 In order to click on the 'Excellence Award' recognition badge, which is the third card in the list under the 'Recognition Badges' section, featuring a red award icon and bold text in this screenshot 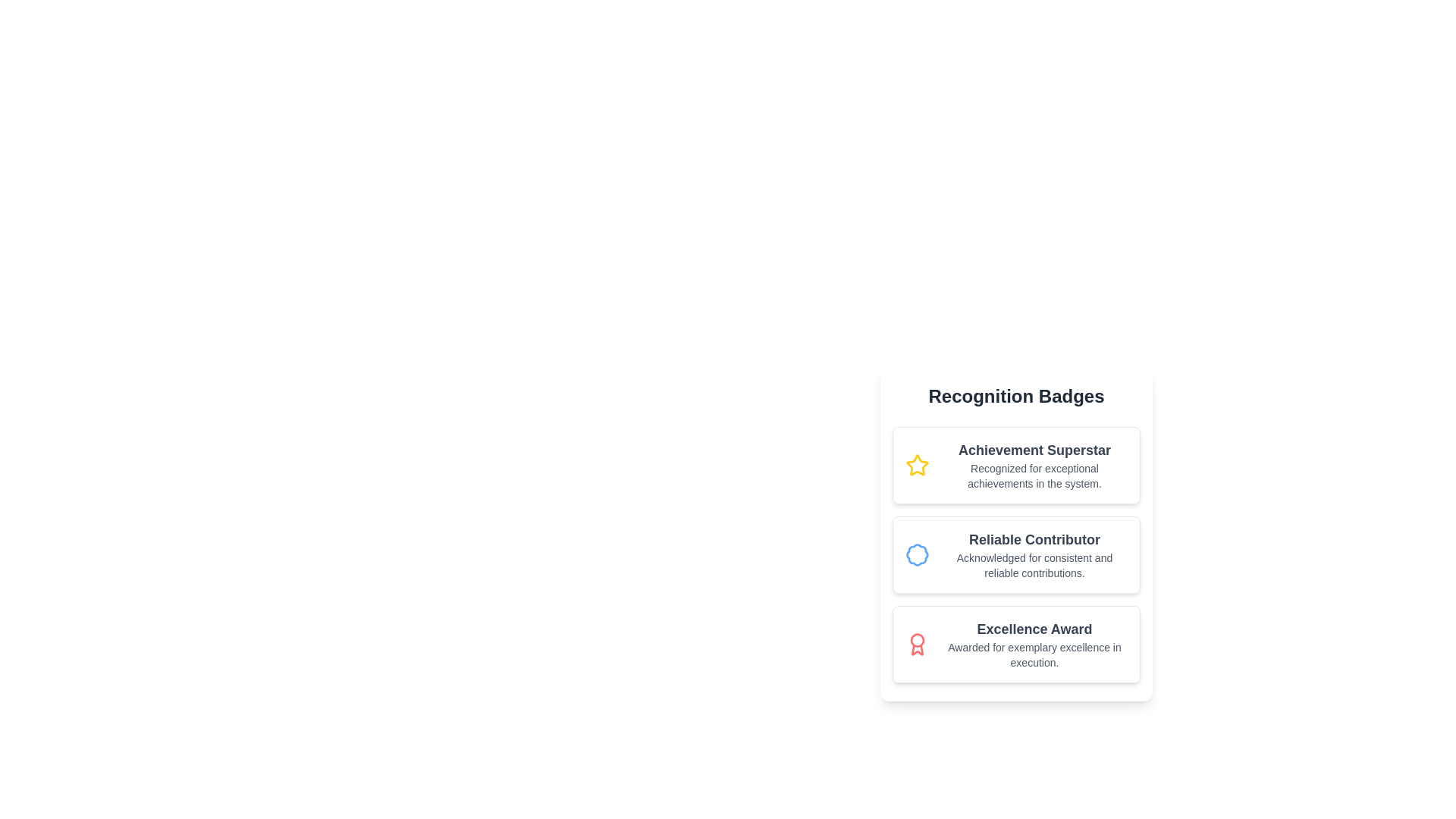, I will do `click(1016, 644)`.